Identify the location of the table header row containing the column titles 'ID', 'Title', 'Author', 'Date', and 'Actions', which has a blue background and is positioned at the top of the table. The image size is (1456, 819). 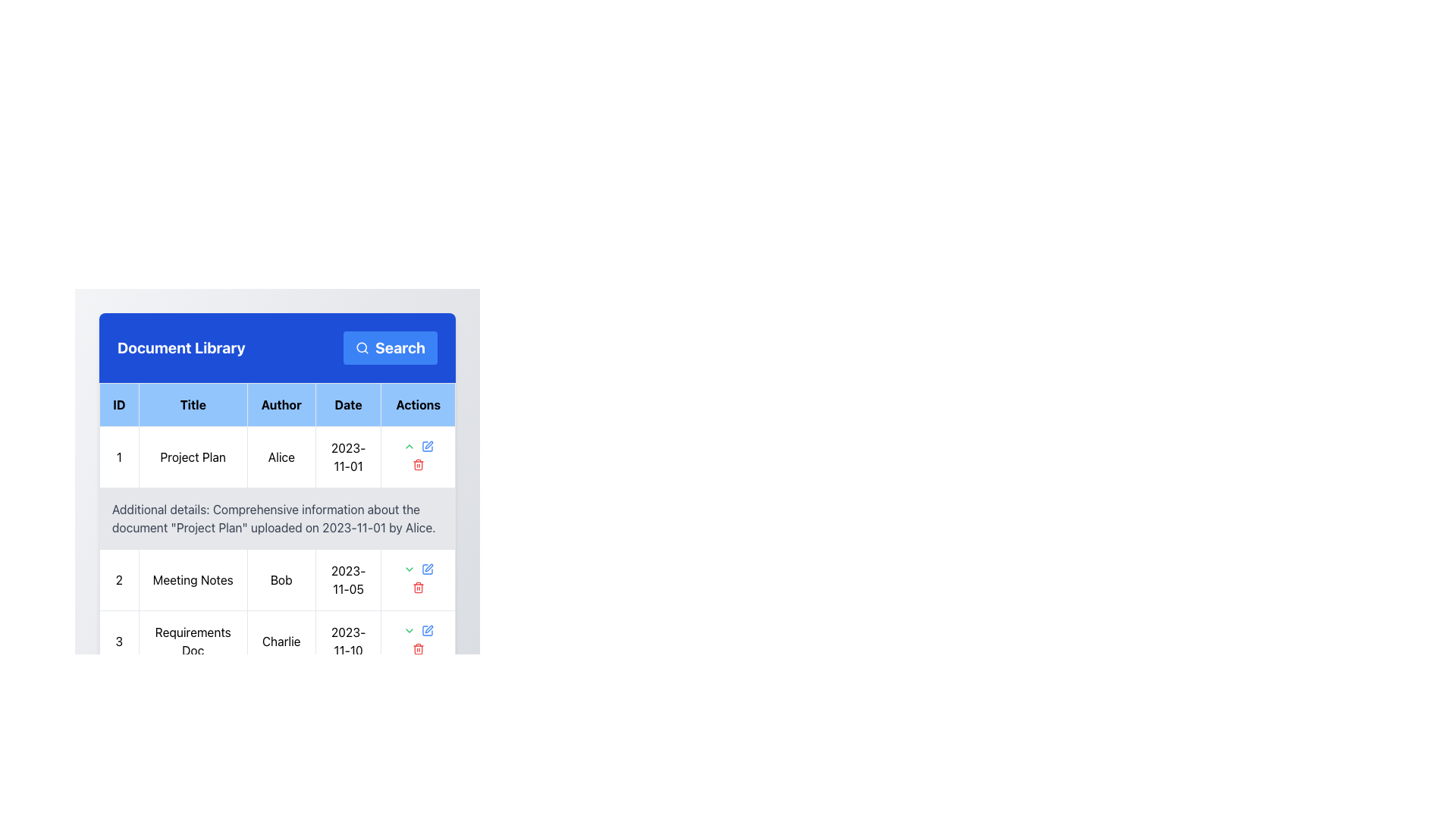
(277, 403).